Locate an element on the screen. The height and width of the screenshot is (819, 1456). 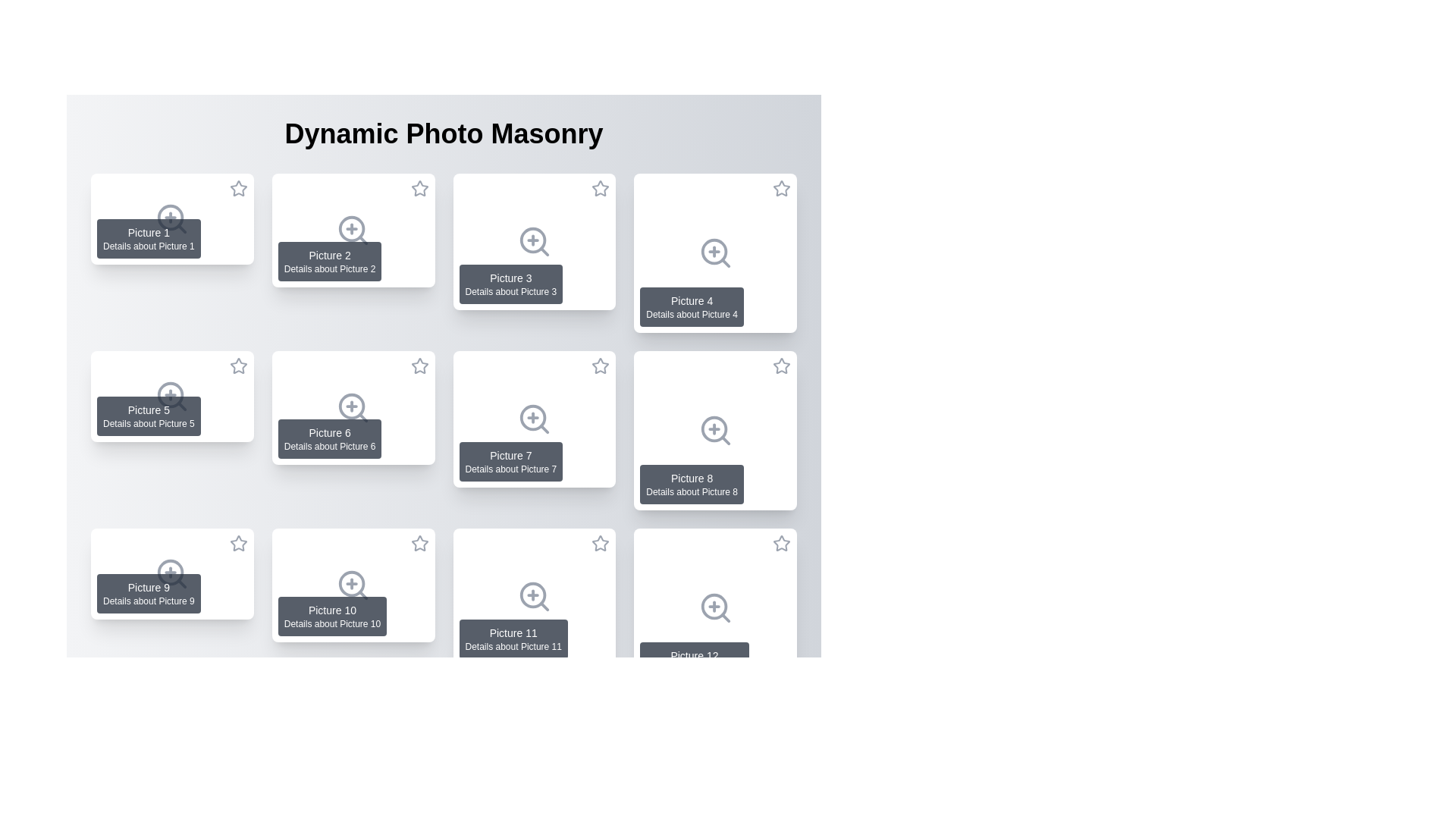
the star-shaped icon located at the top-right corner of the card labeled 'Picture 12Details about Picture 12' is located at coordinates (782, 546).